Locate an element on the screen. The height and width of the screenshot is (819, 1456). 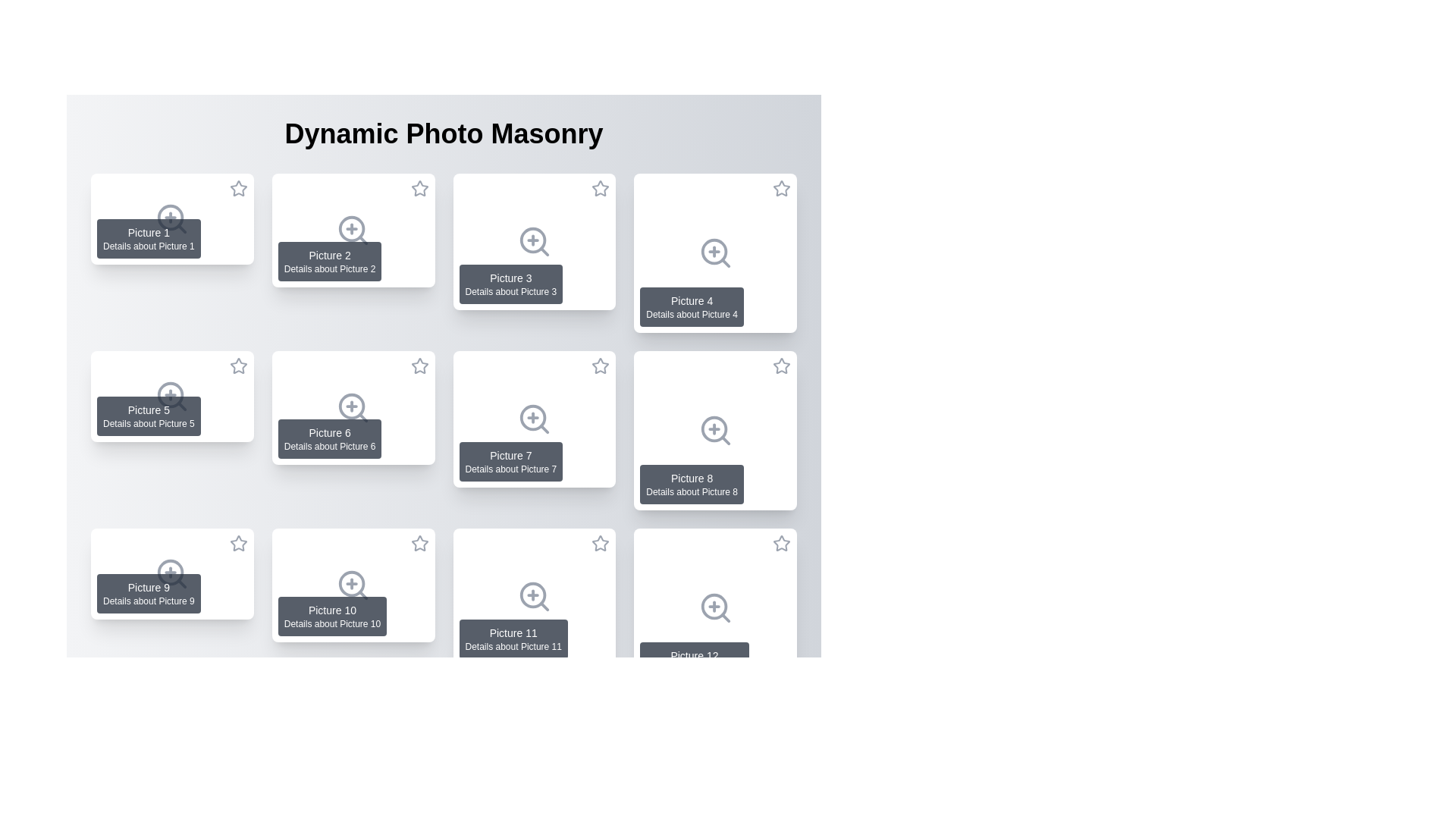
the star-shaped icon located at the top-right corner of the card labeled 'Picture 12Details about Picture 12' is located at coordinates (782, 546).